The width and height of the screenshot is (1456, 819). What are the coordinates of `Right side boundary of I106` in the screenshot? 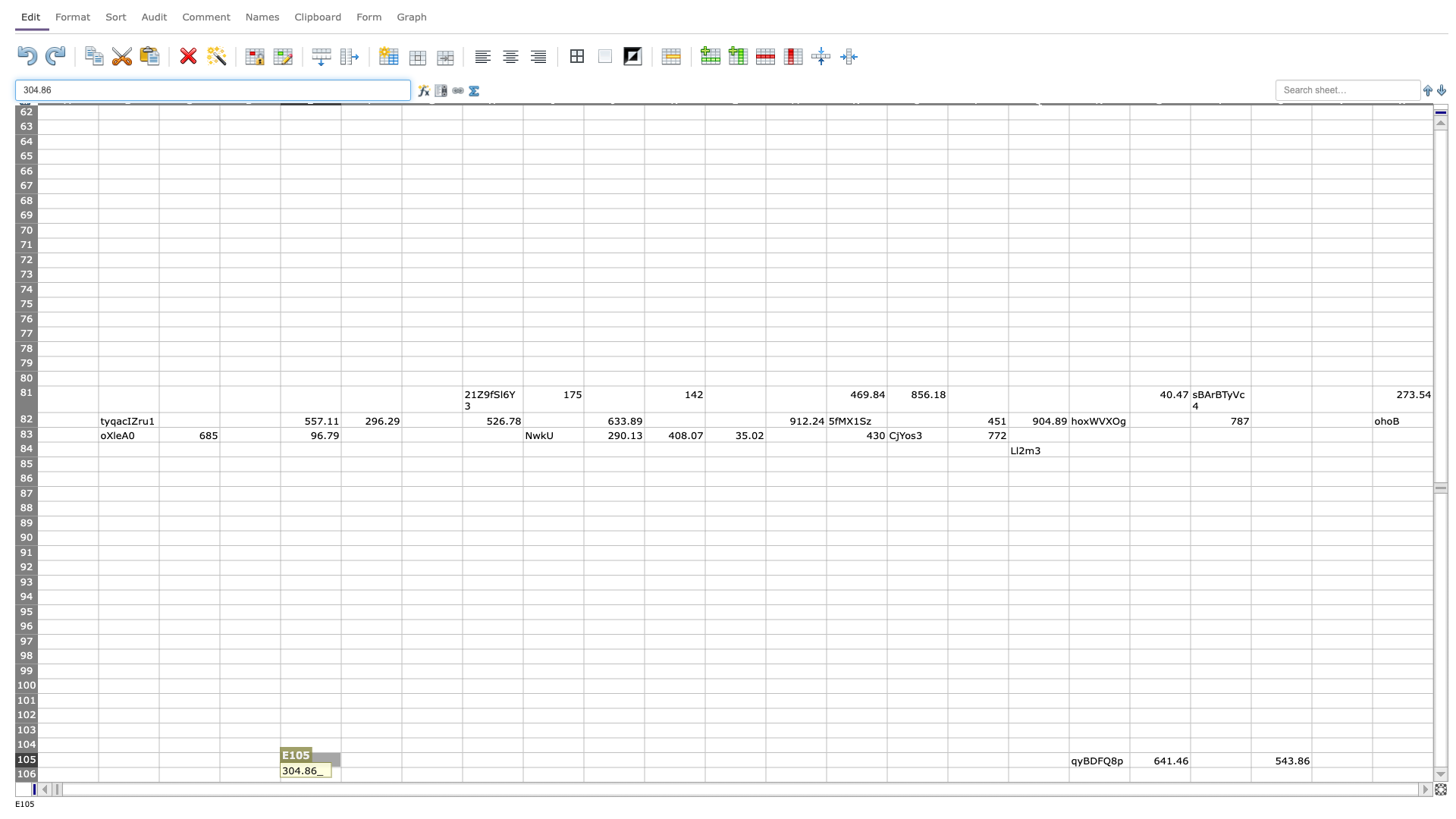 It's located at (582, 774).